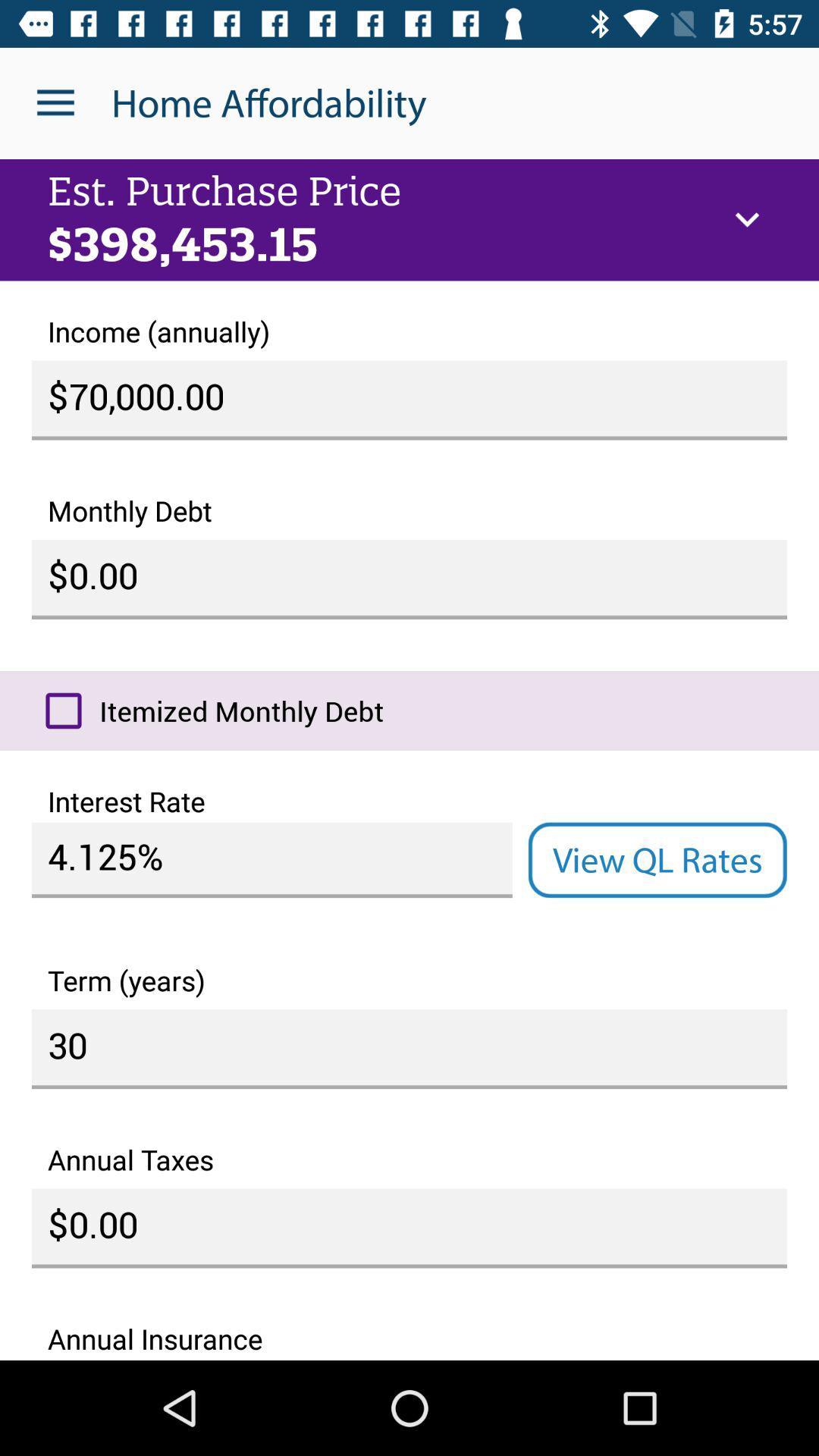 This screenshot has width=819, height=1456. Describe the element at coordinates (746, 219) in the screenshot. I see `the expand_more icon` at that location.